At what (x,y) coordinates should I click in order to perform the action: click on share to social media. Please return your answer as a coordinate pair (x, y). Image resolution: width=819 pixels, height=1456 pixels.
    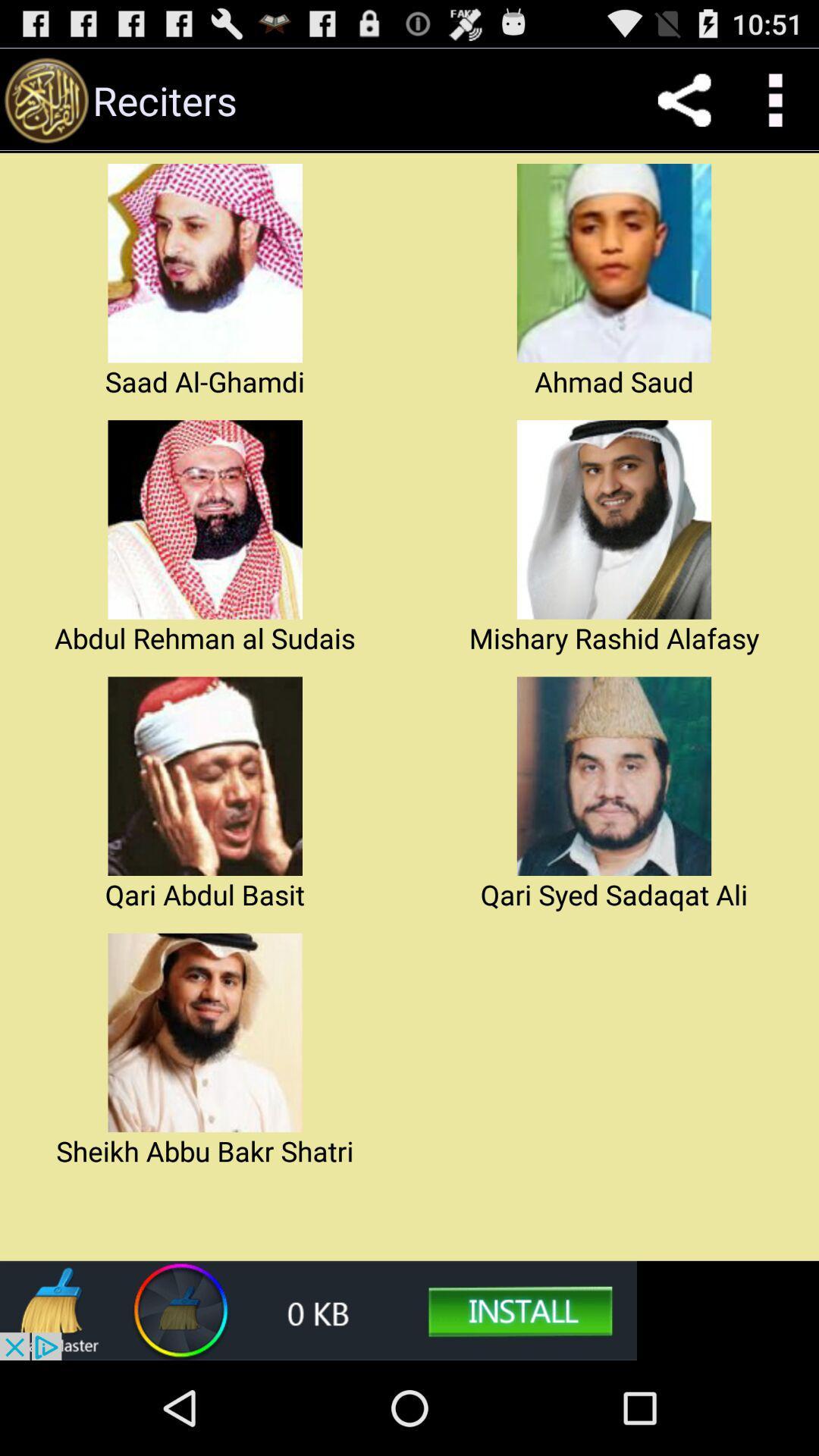
    Looking at the image, I should click on (684, 99).